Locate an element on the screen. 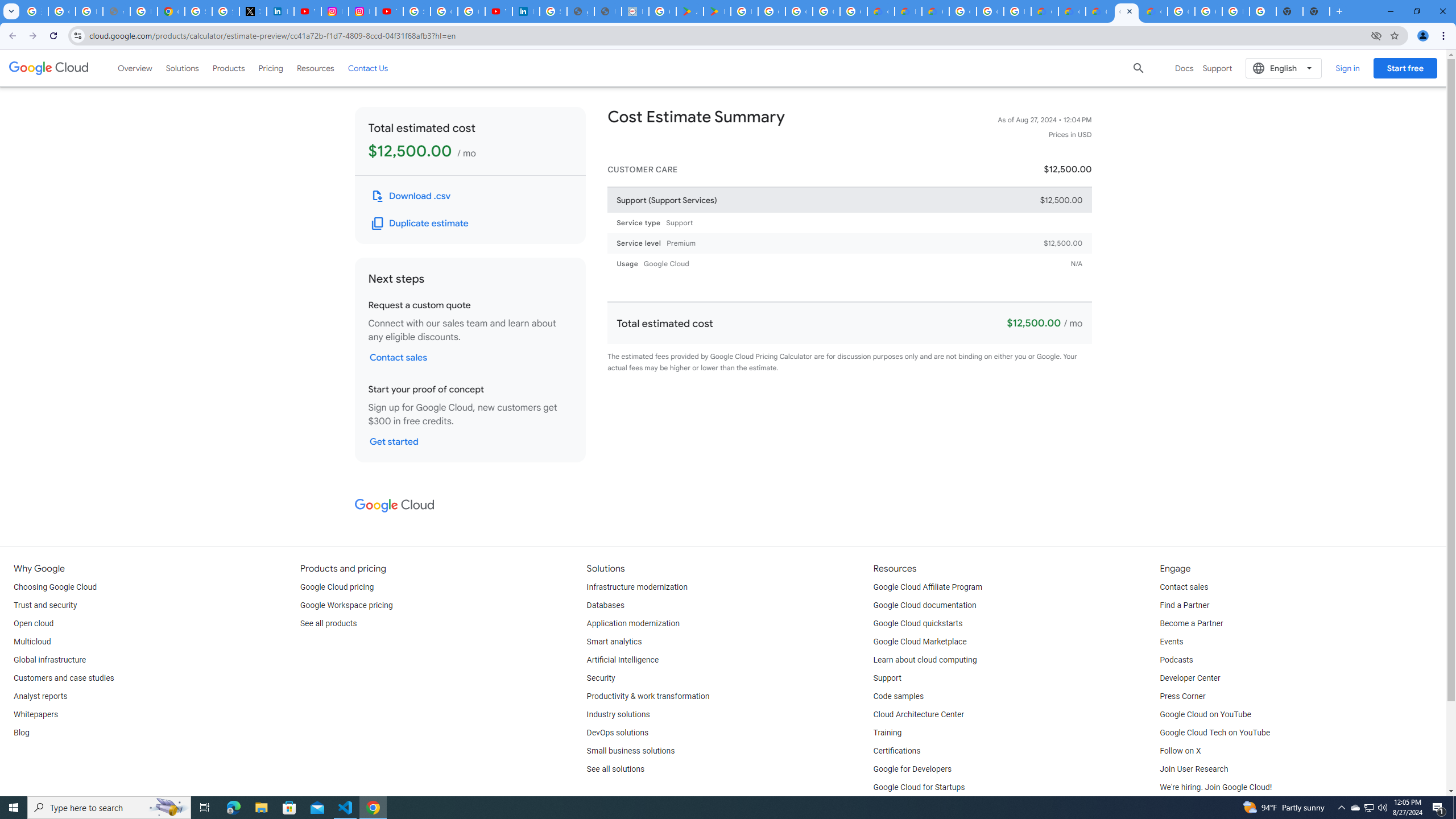 This screenshot has height=819, width=1456. 'Google Cloud Estimate Summary' is located at coordinates (1099, 11).